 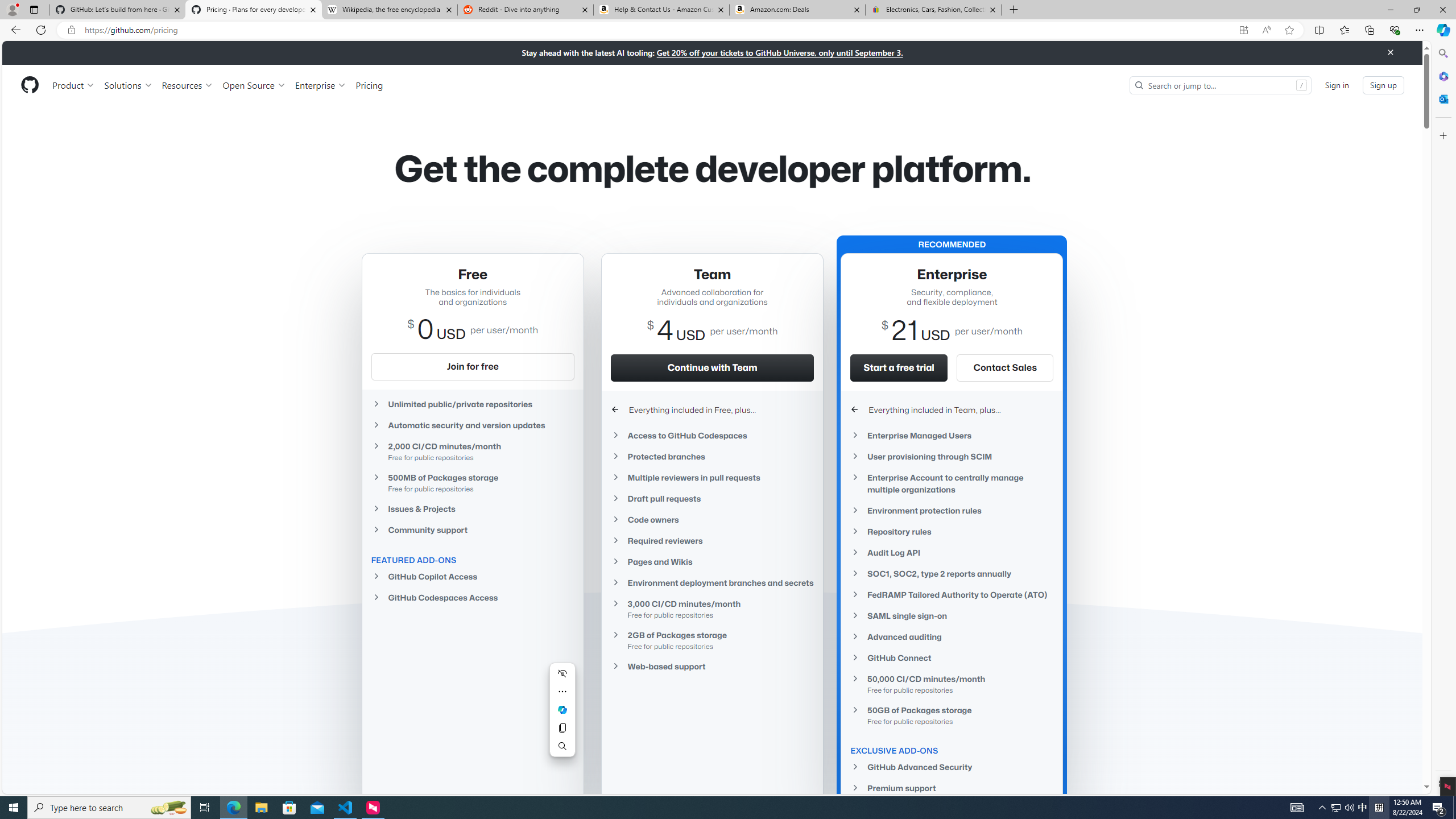 I want to click on 'Mini menu on text selection', so click(x=561, y=717).